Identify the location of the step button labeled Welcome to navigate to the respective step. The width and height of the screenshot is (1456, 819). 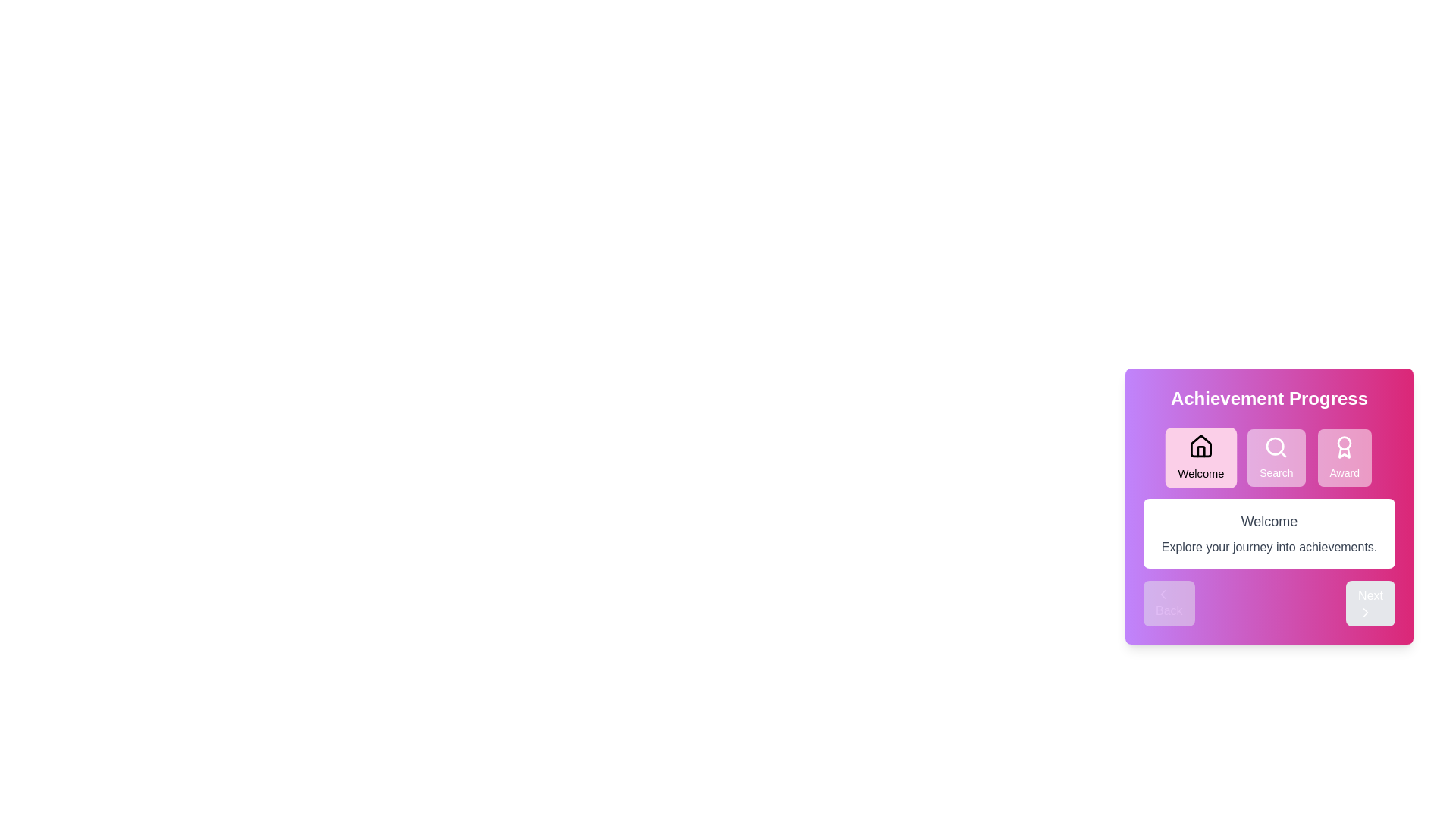
(1200, 457).